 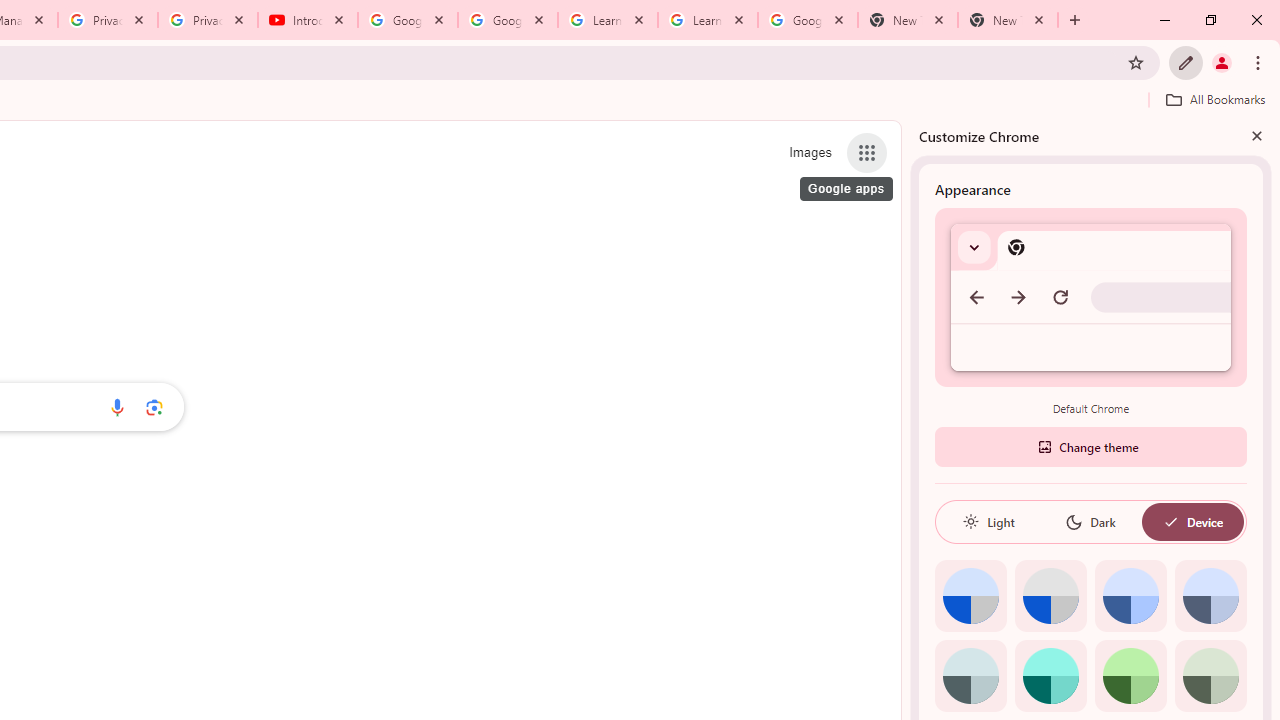 I want to click on 'Viridian', so click(x=1209, y=675).